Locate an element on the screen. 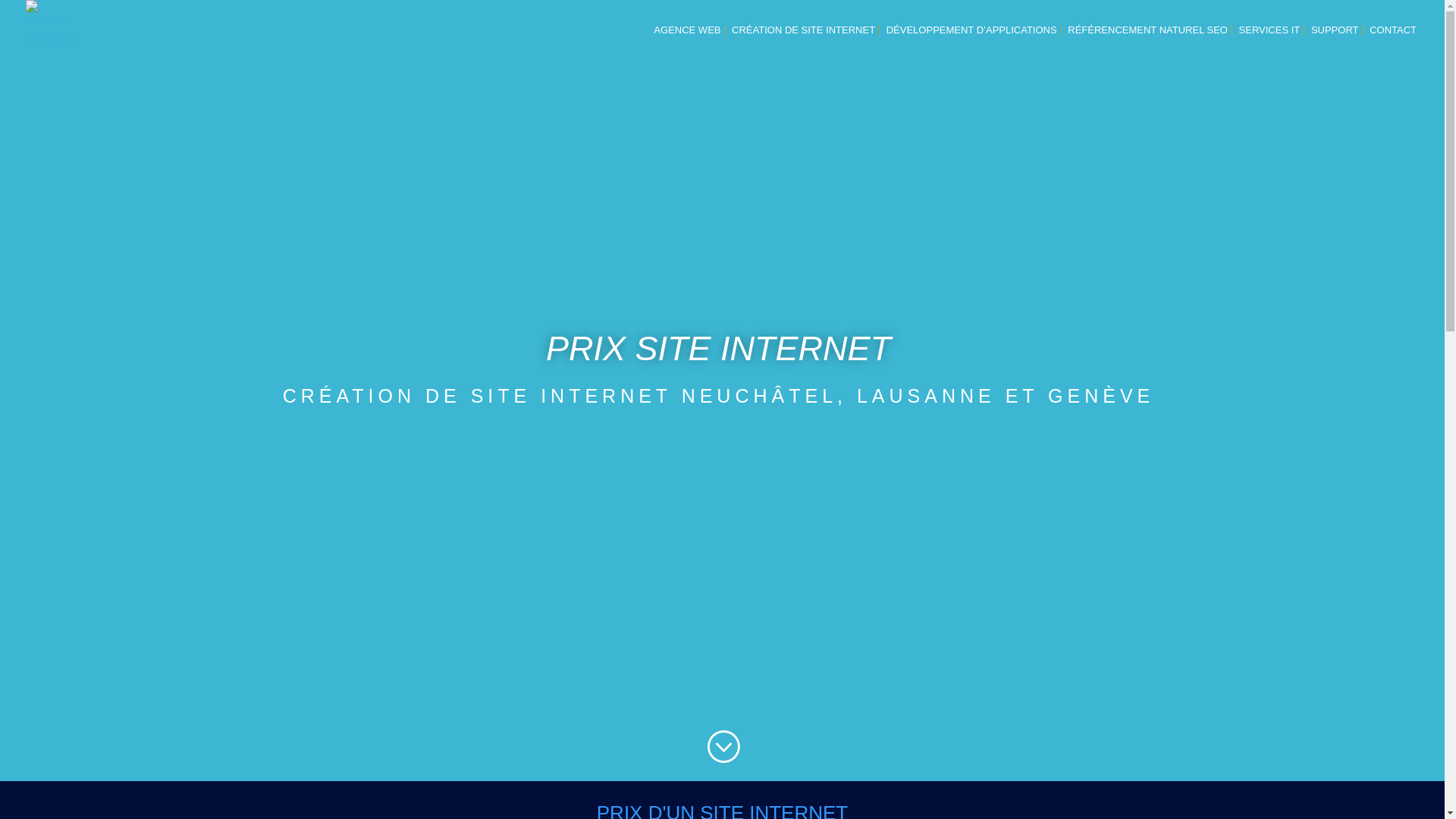 This screenshot has width=1456, height=819. 'SERVICES IT' is located at coordinates (1238, 42).